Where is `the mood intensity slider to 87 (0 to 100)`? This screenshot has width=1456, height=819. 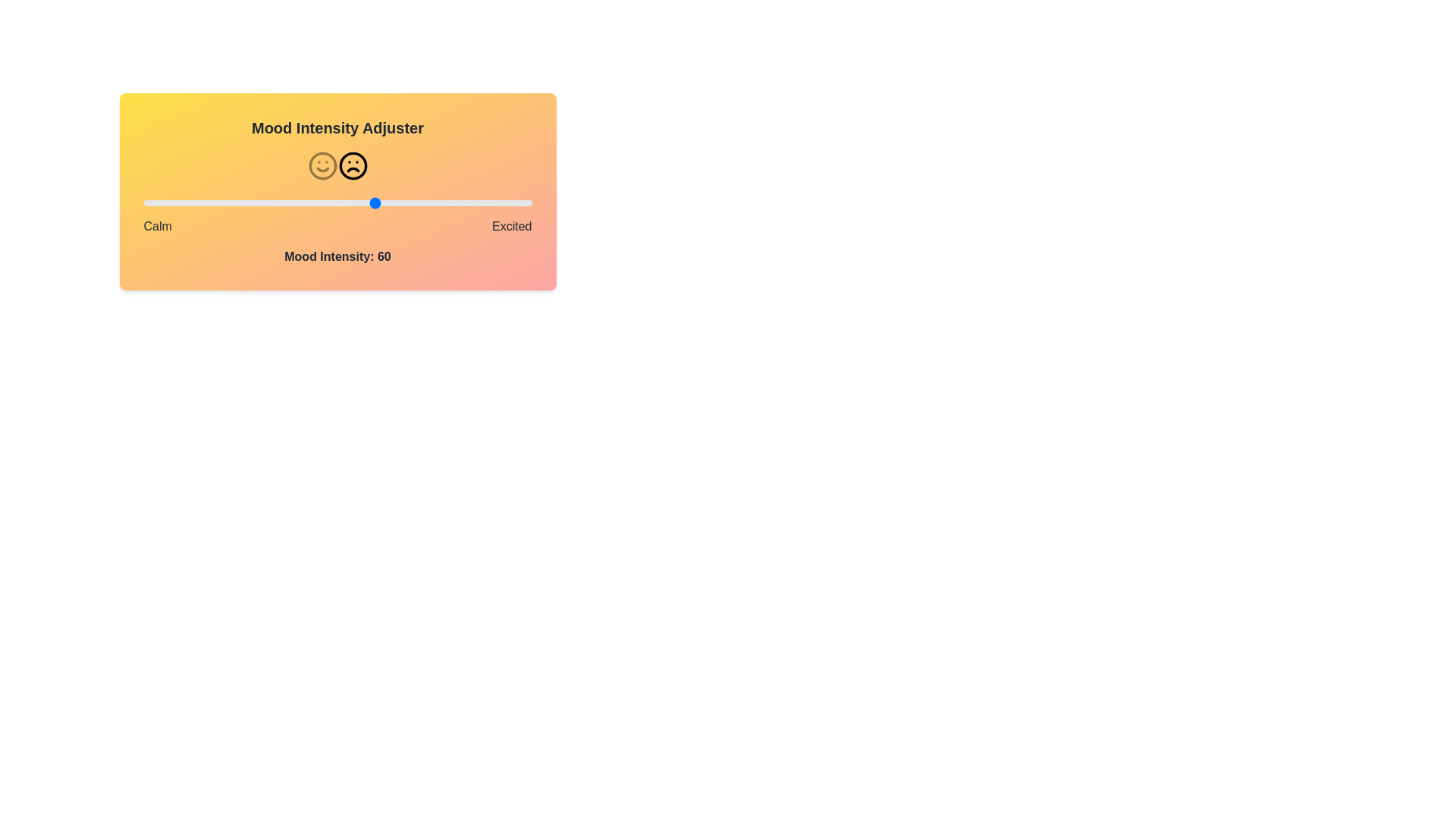 the mood intensity slider to 87 (0 to 100) is located at coordinates (480, 202).